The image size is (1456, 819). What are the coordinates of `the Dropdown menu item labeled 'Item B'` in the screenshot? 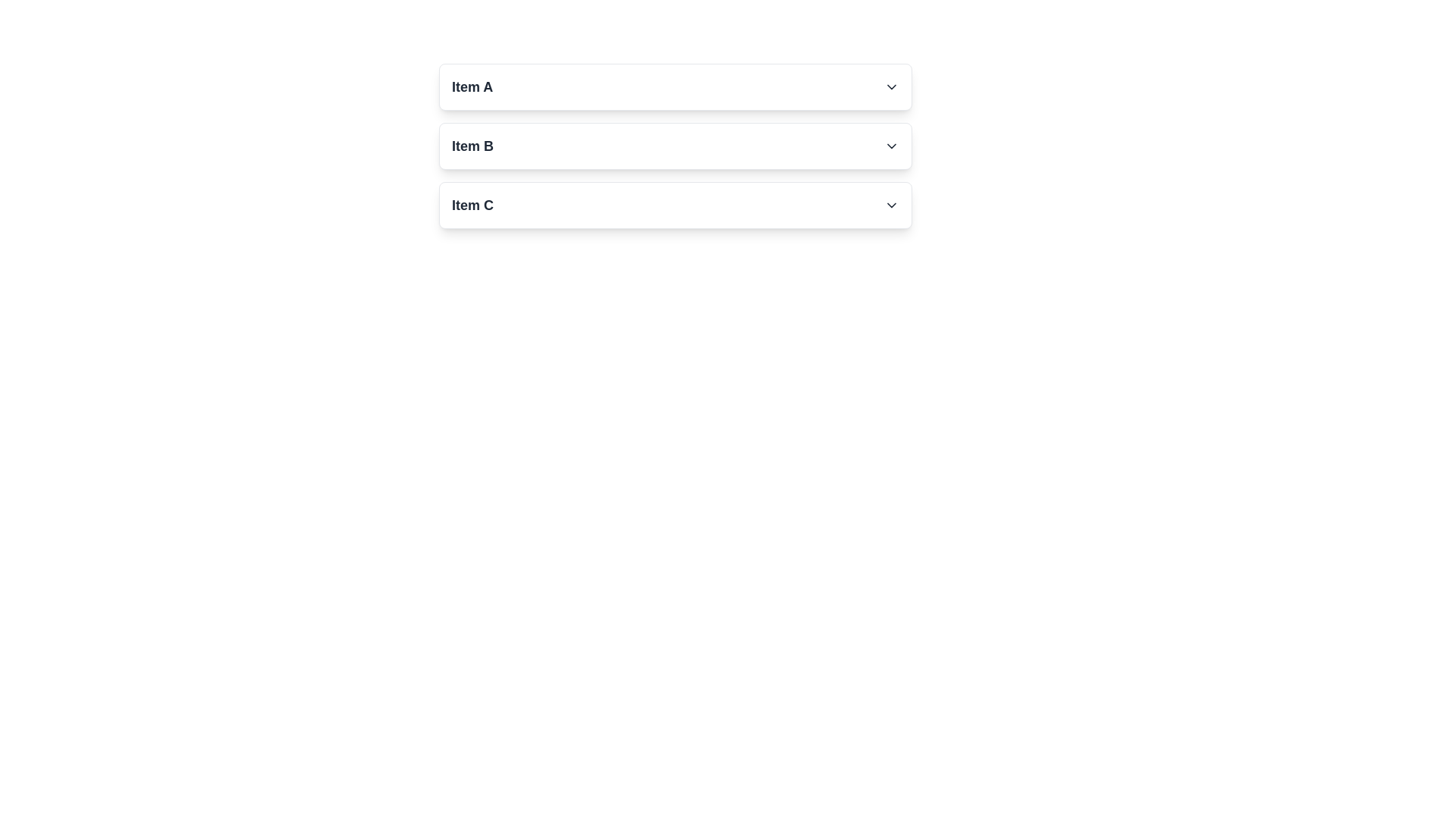 It's located at (675, 146).